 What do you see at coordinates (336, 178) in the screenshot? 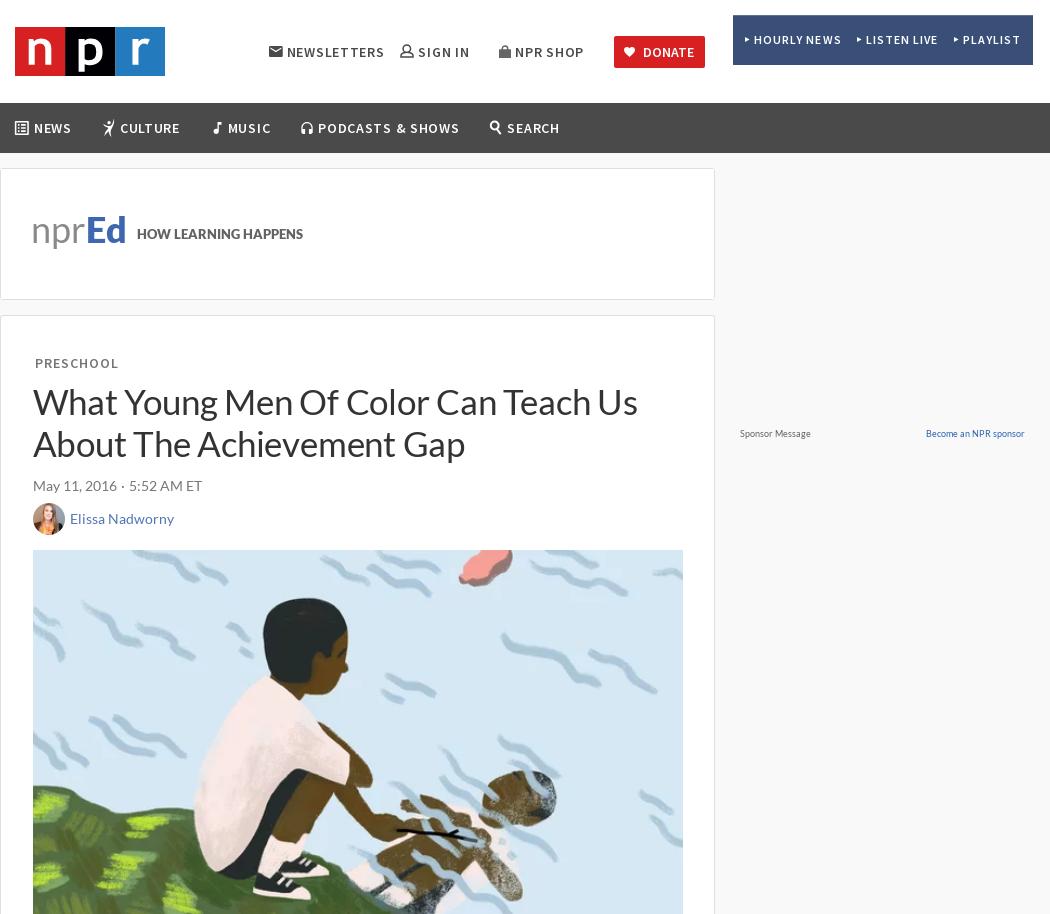
I see `'Daily'` at bounding box center [336, 178].